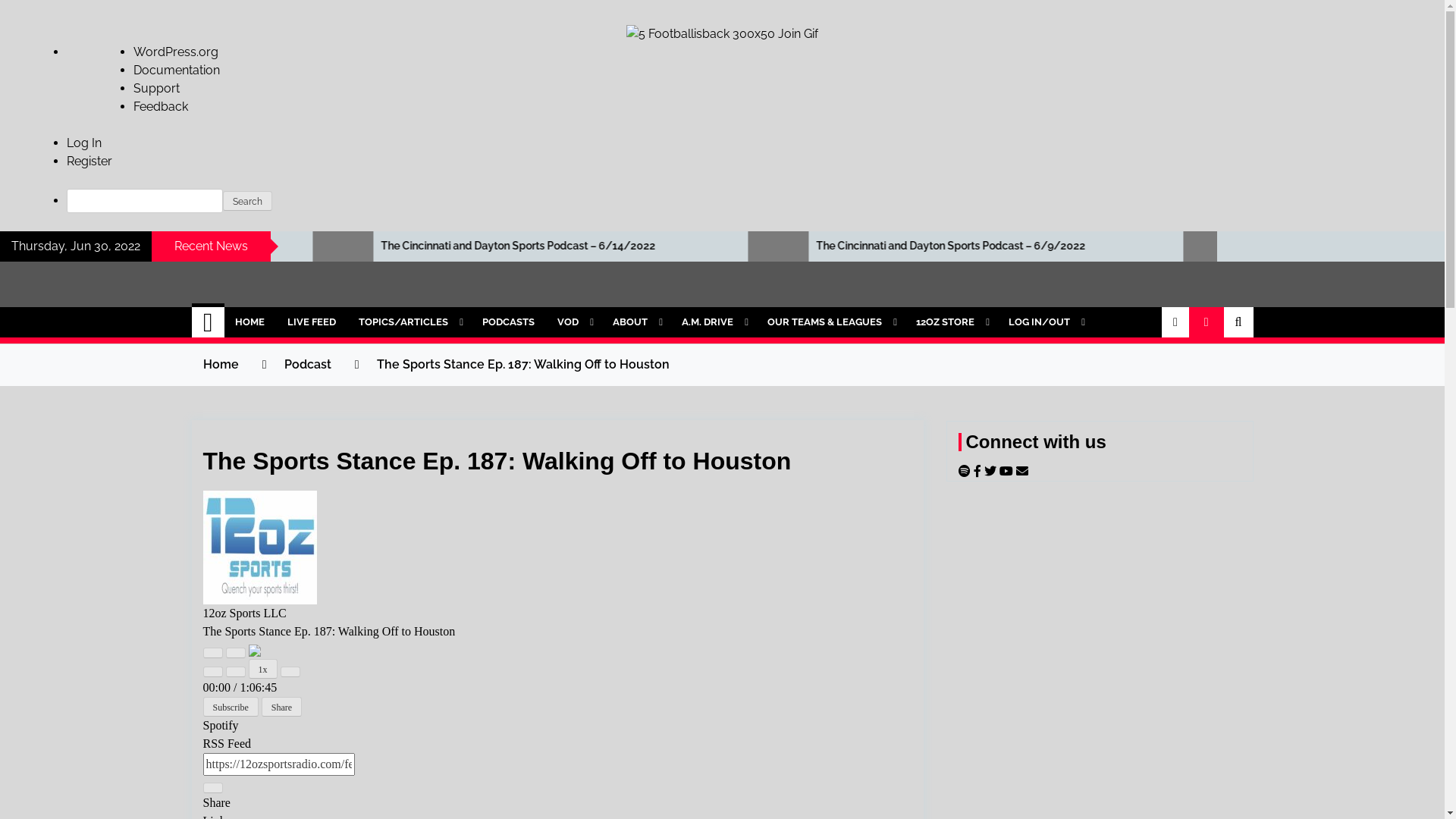  What do you see at coordinates (235, 651) in the screenshot?
I see `'Pause Episode'` at bounding box center [235, 651].